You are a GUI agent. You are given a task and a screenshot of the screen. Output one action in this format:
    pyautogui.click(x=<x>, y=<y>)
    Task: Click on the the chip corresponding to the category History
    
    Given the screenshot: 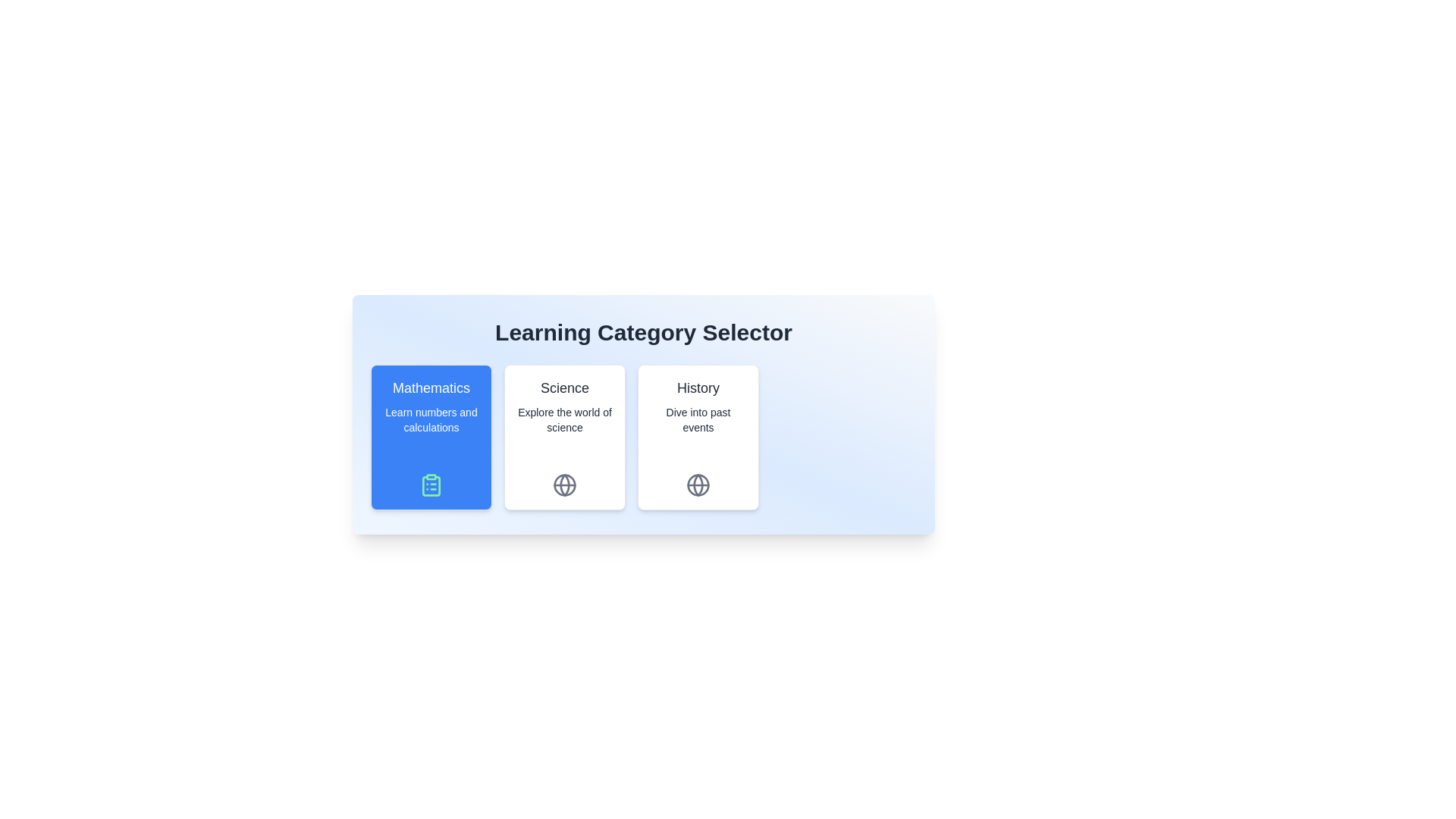 What is the action you would take?
    pyautogui.click(x=698, y=438)
    